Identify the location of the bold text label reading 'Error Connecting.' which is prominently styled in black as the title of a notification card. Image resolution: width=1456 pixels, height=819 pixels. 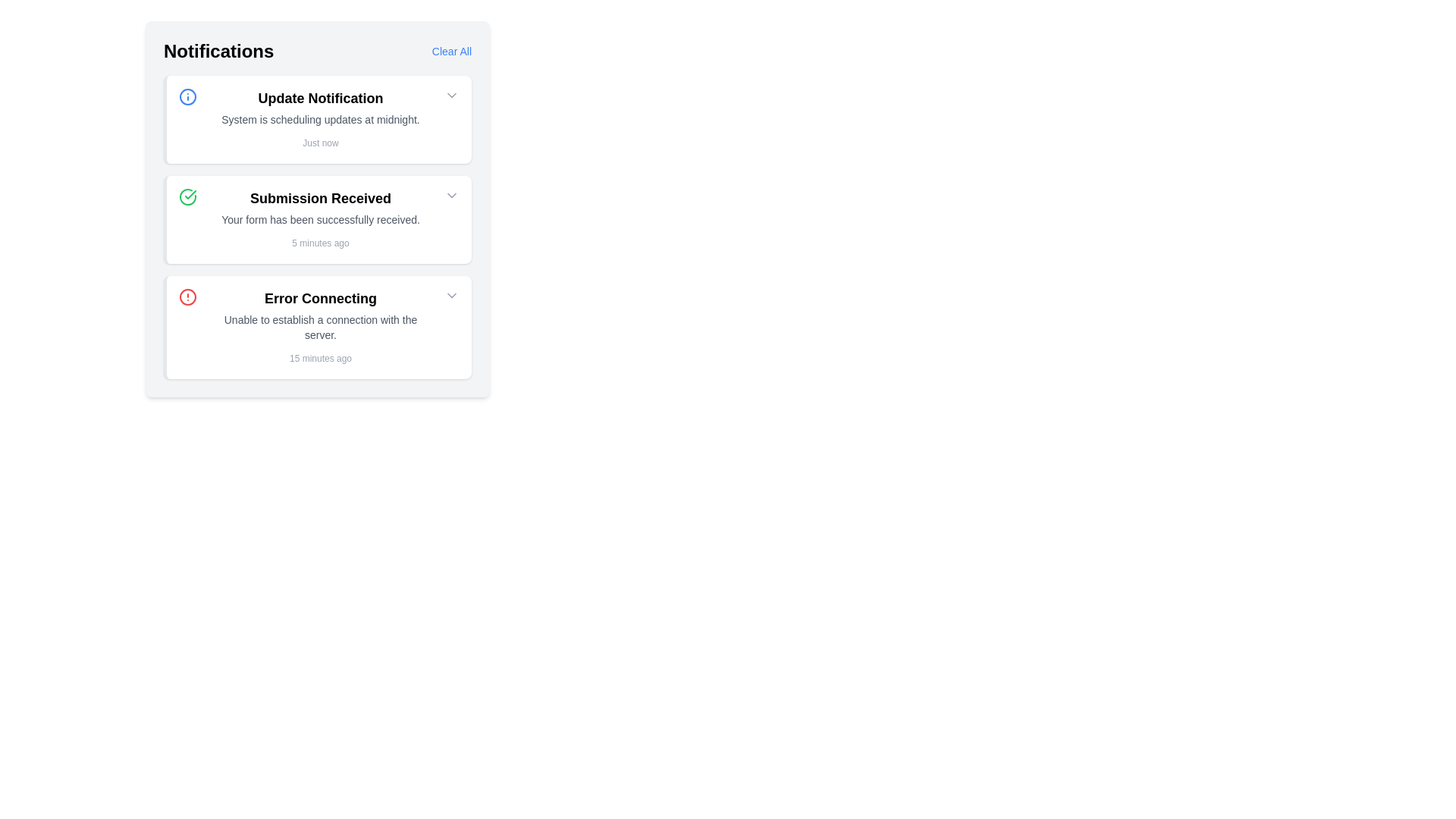
(319, 298).